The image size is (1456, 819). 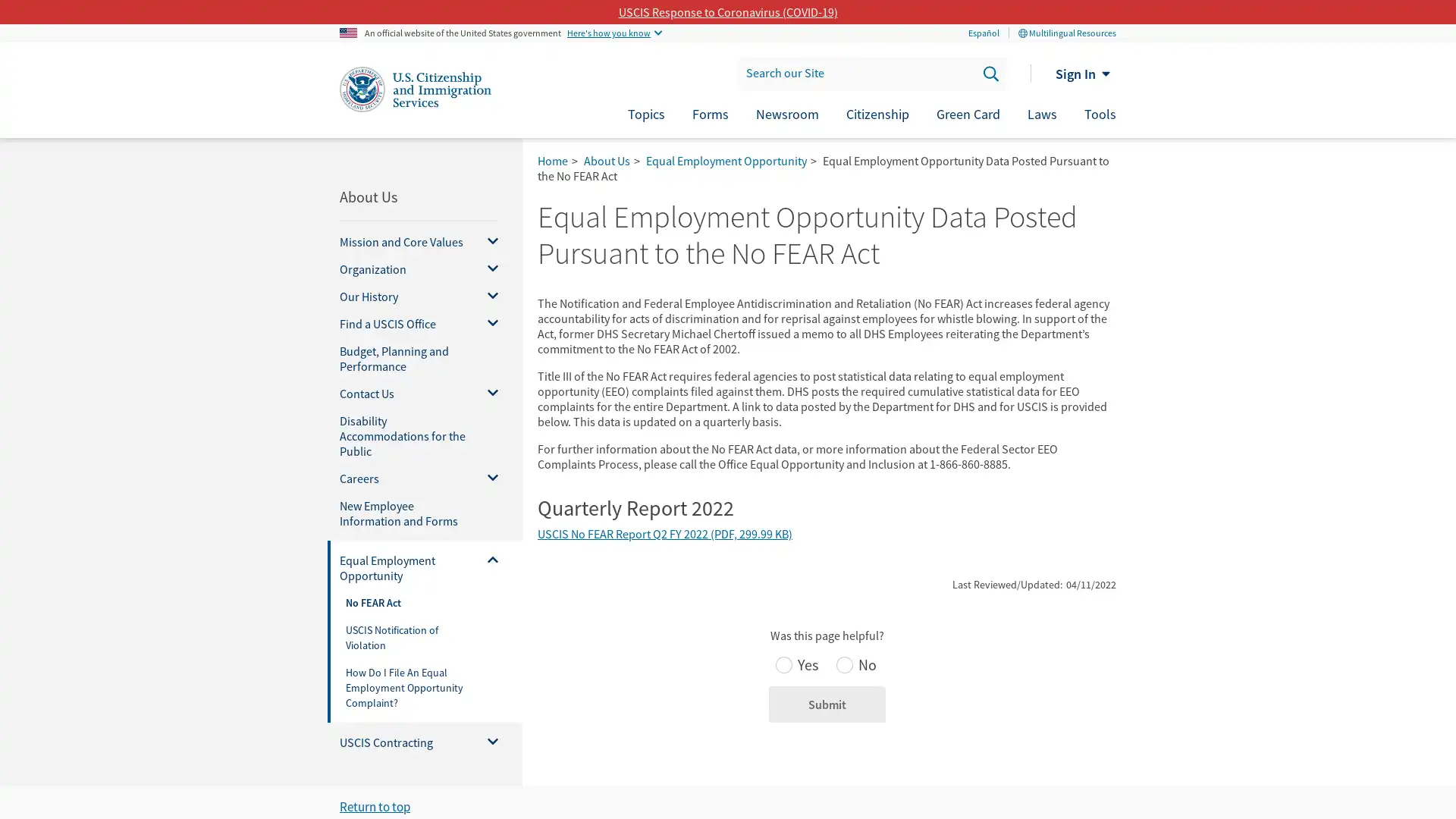 What do you see at coordinates (487, 479) in the screenshot?
I see `Toggle menu for Careers` at bounding box center [487, 479].